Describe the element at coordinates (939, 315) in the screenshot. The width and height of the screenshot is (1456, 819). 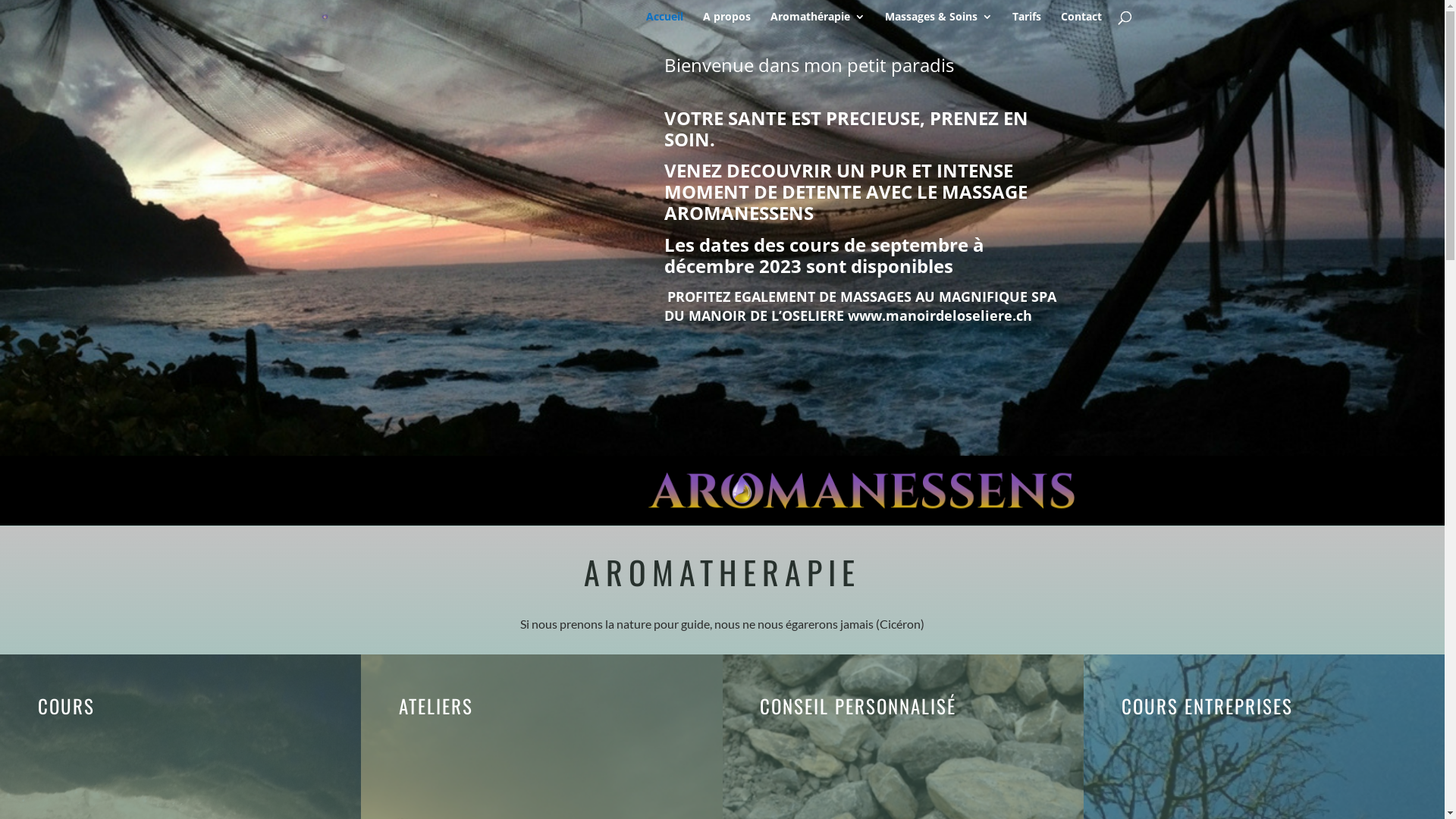
I see `'www.manoirdeloseliere.ch'` at that location.